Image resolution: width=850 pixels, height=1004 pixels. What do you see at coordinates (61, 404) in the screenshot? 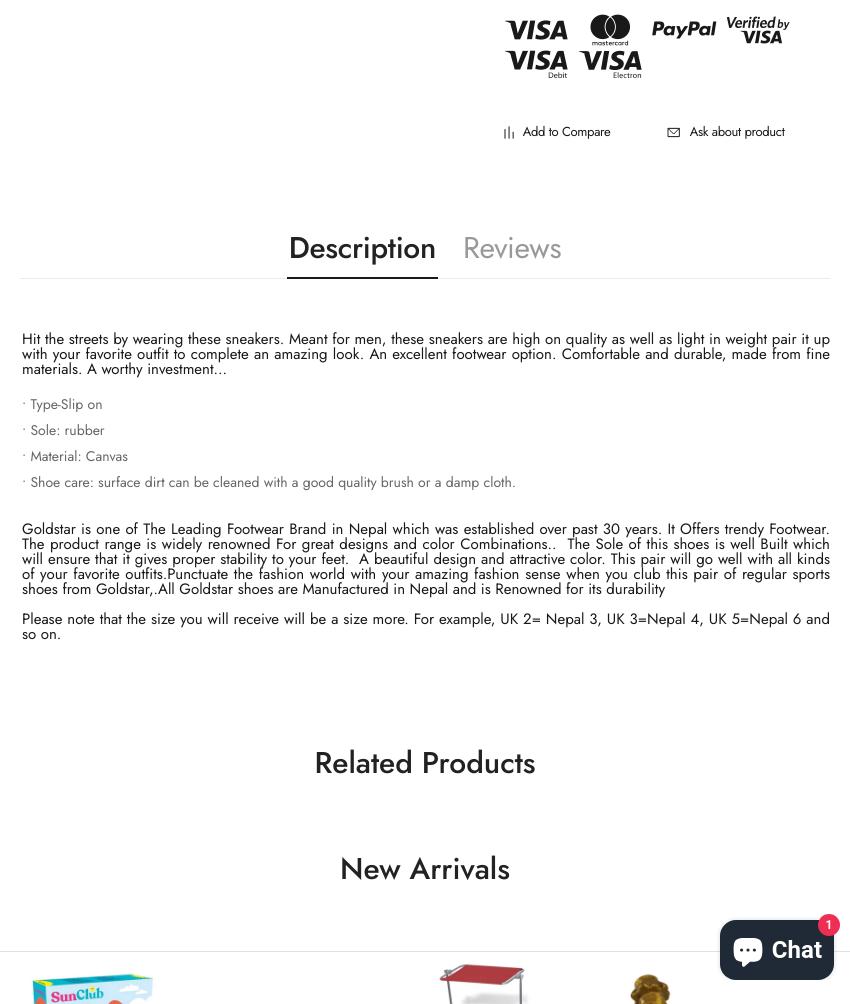
I see `'• Type-Slip on'` at bounding box center [61, 404].